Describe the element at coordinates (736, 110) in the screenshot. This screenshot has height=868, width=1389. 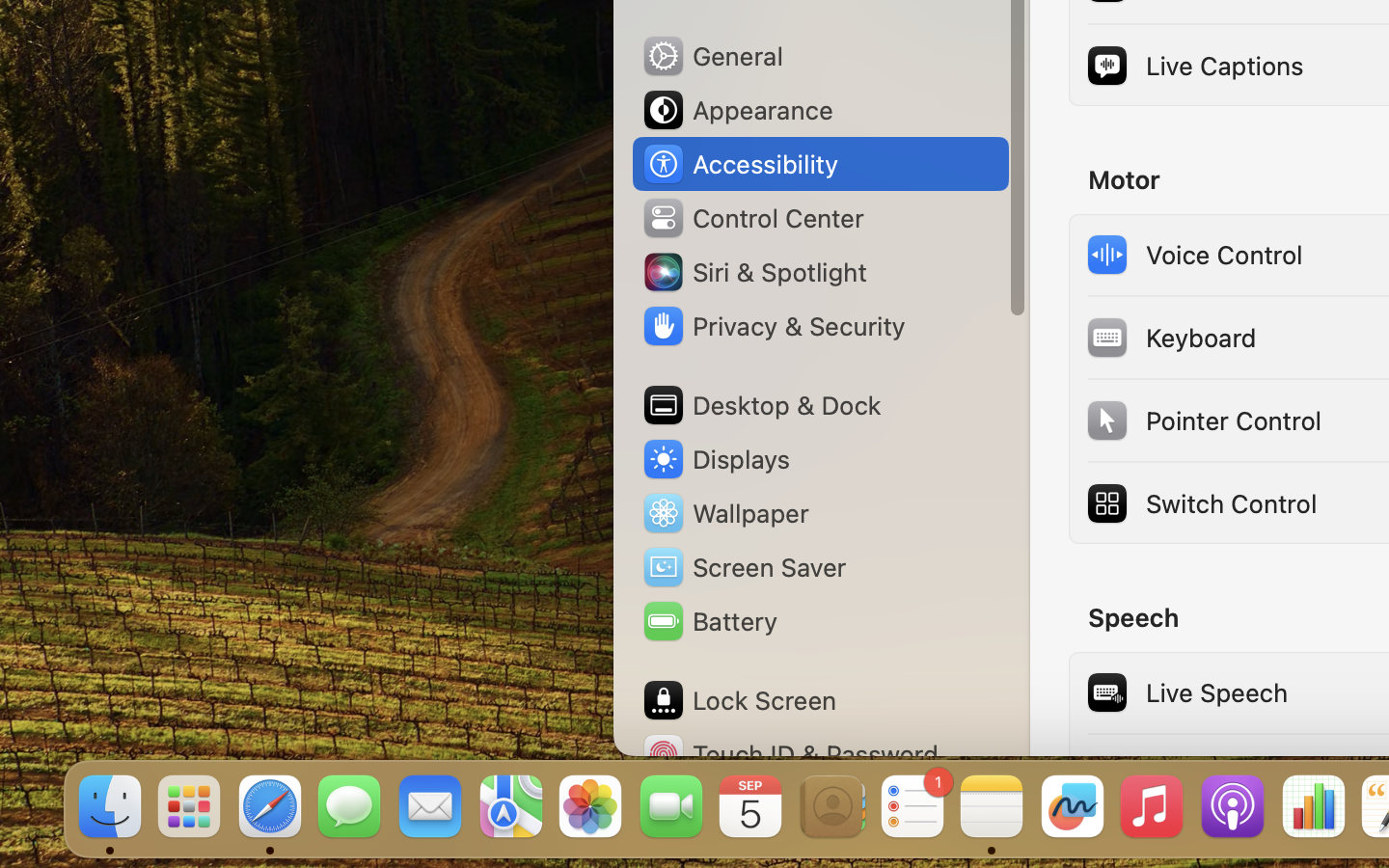
I see `'Appearance'` at that location.